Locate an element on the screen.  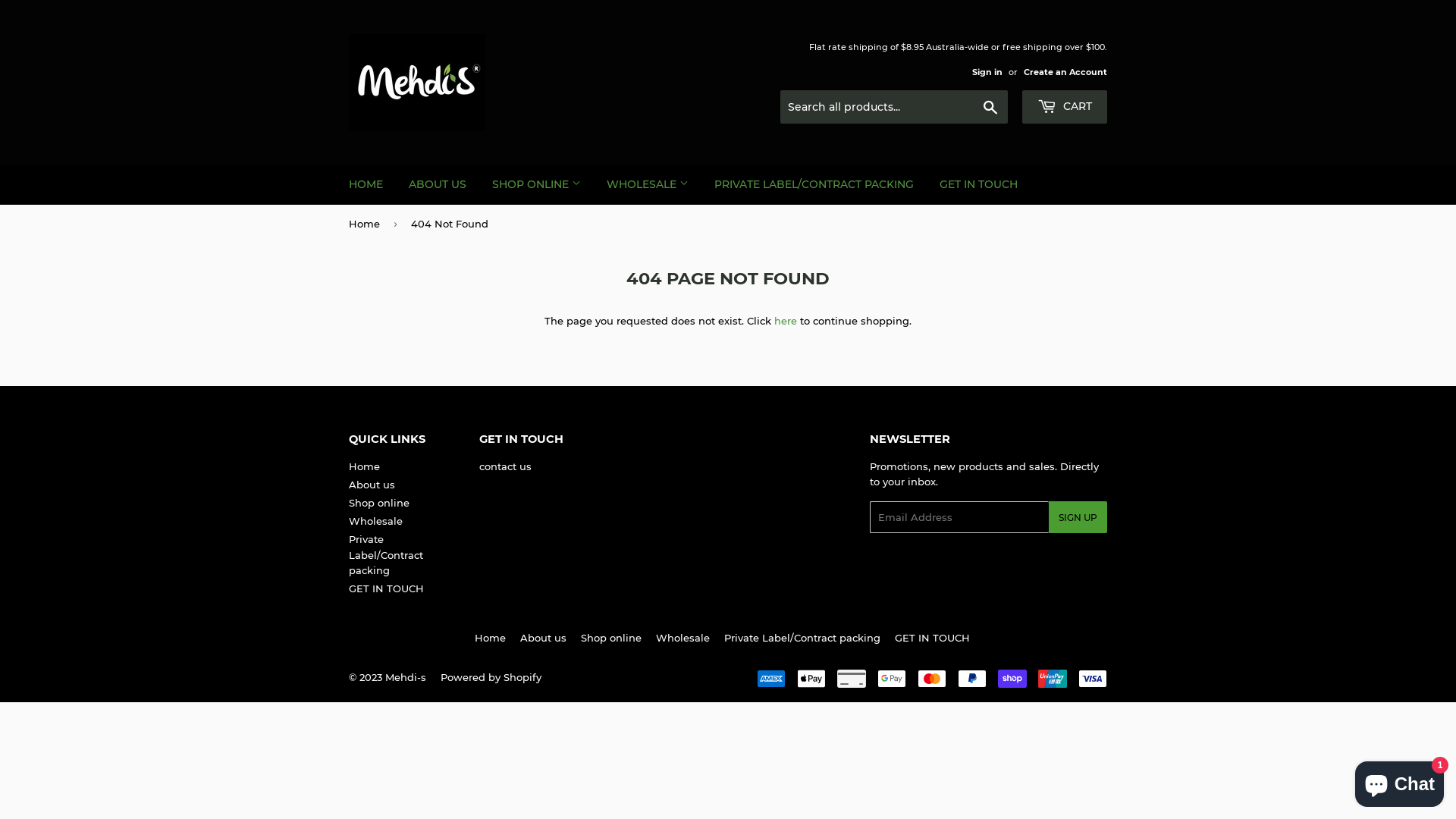
'SIGN UP' is located at coordinates (1047, 516).